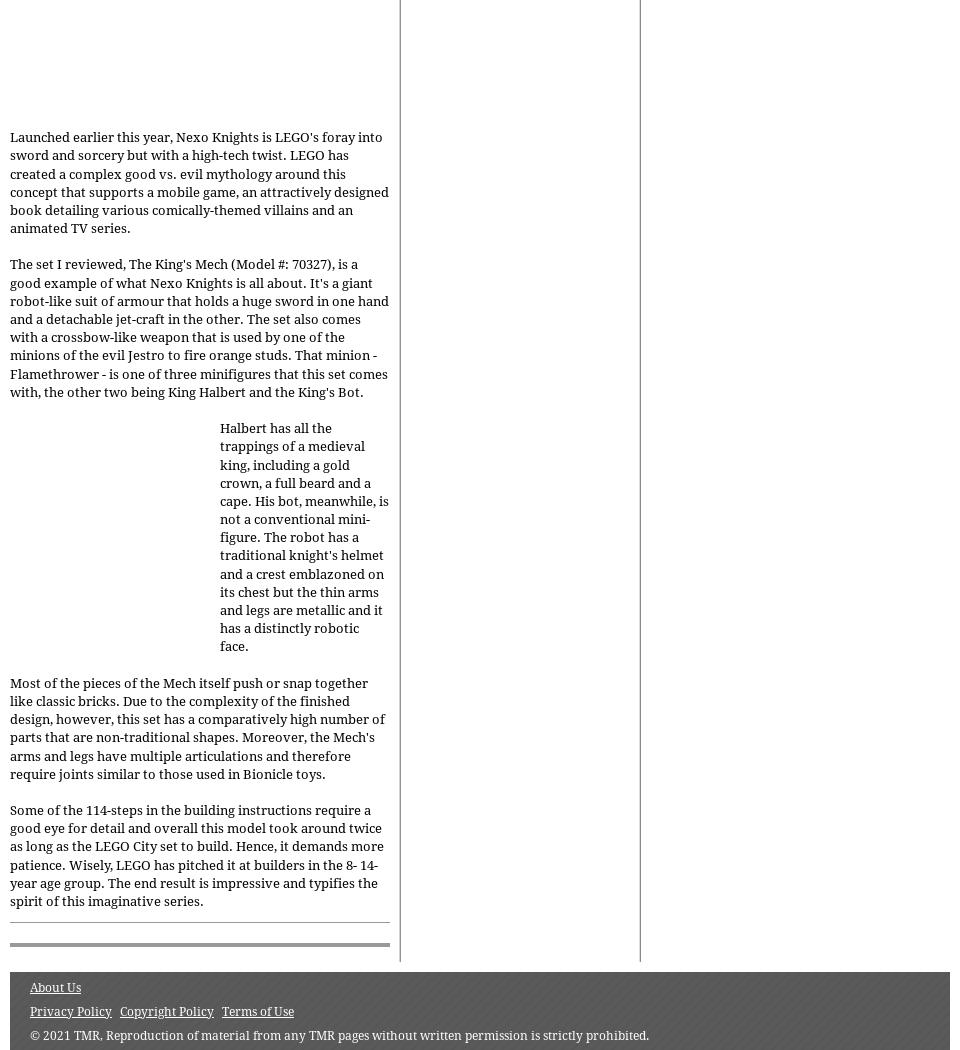 The width and height of the screenshot is (960, 1050). I want to click on 'Some of the 114-steps in the building instructions require a good eye for detail and overall this model took around twice as long as the LEGO City set to build. Hence, it demands more patience. Wisely, LEGO has pitched it at builders in the 8- 14-year age group. The end result is impressive and typifies the spirit of this imaginative series.', so click(196, 855).